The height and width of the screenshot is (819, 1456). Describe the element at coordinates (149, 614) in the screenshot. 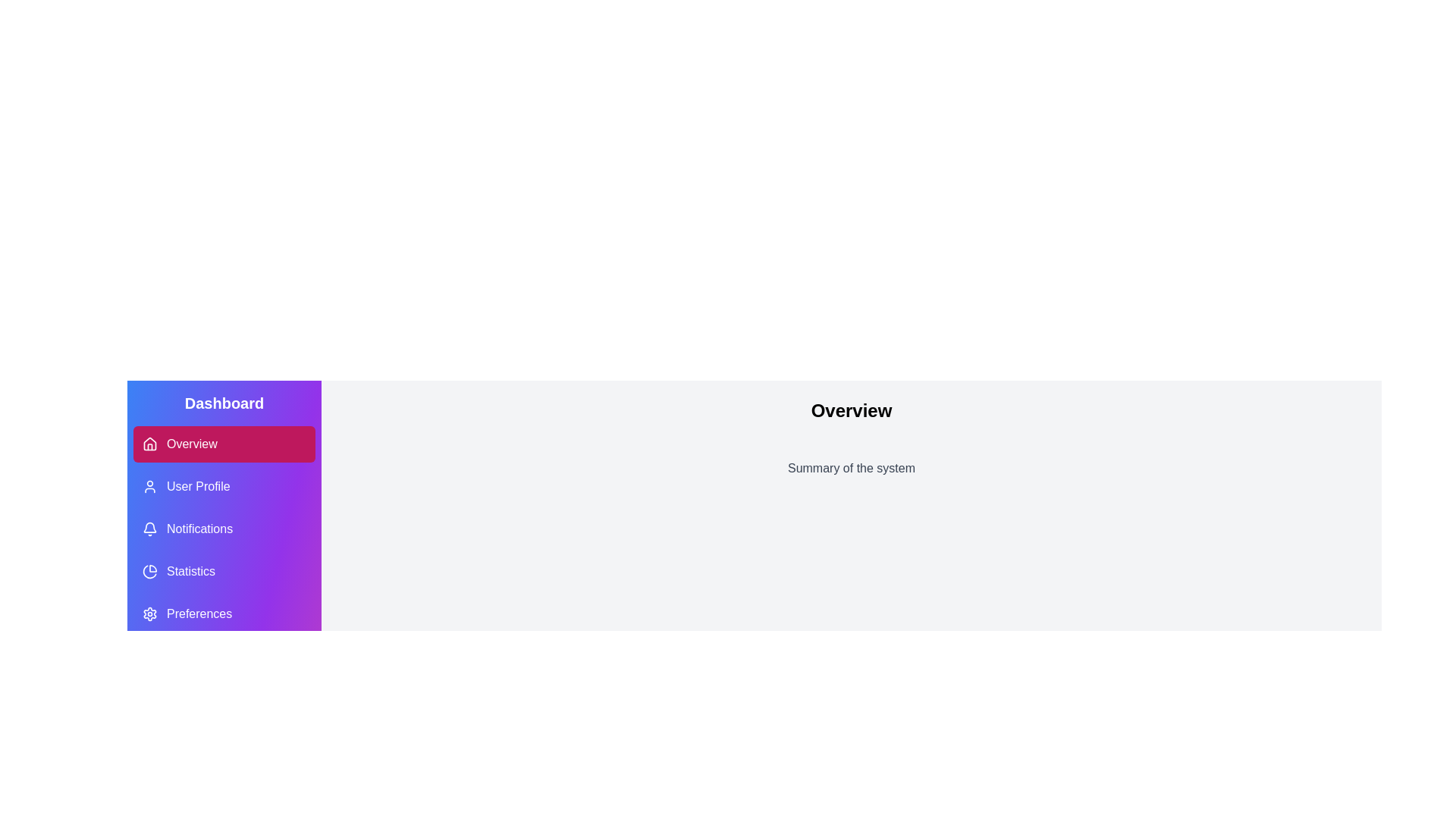

I see `the gear icon located at the bottom of the left-hand navigation menu` at that location.